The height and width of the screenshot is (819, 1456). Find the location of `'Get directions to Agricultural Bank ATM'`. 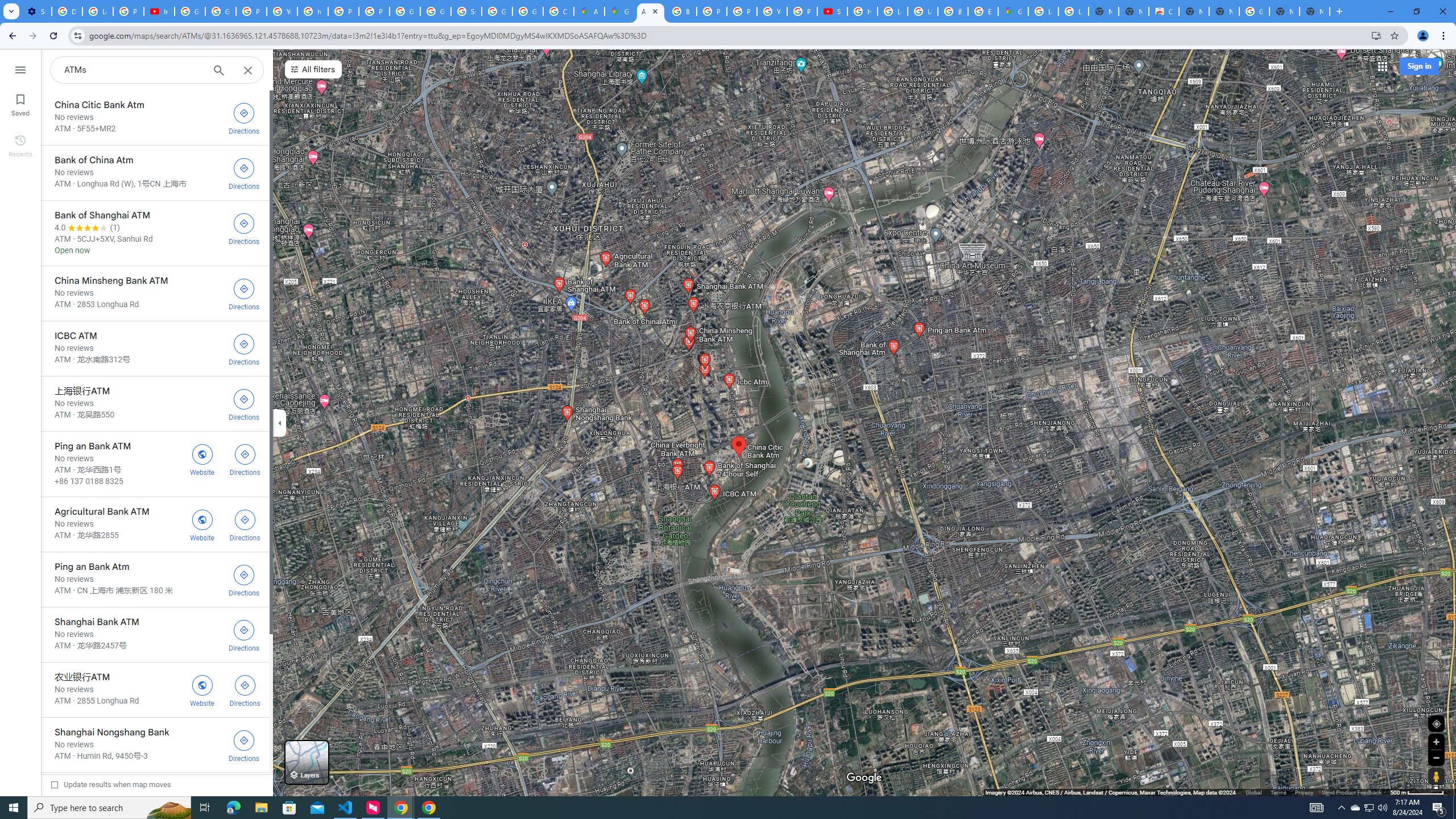

'Get directions to Agricultural Bank ATM' is located at coordinates (245, 523).